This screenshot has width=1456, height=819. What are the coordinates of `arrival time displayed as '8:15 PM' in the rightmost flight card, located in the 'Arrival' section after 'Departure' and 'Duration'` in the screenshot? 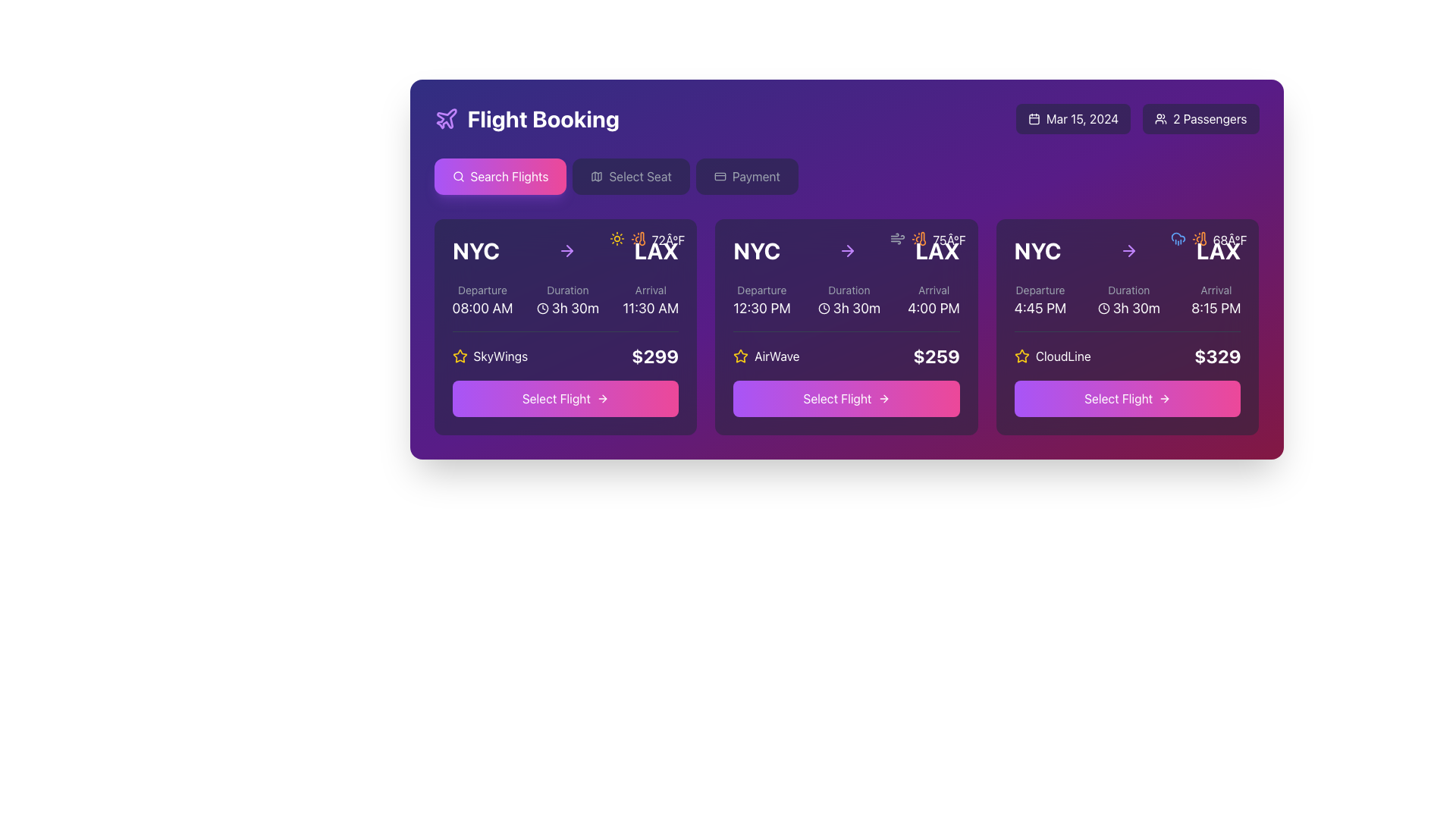 It's located at (1216, 301).